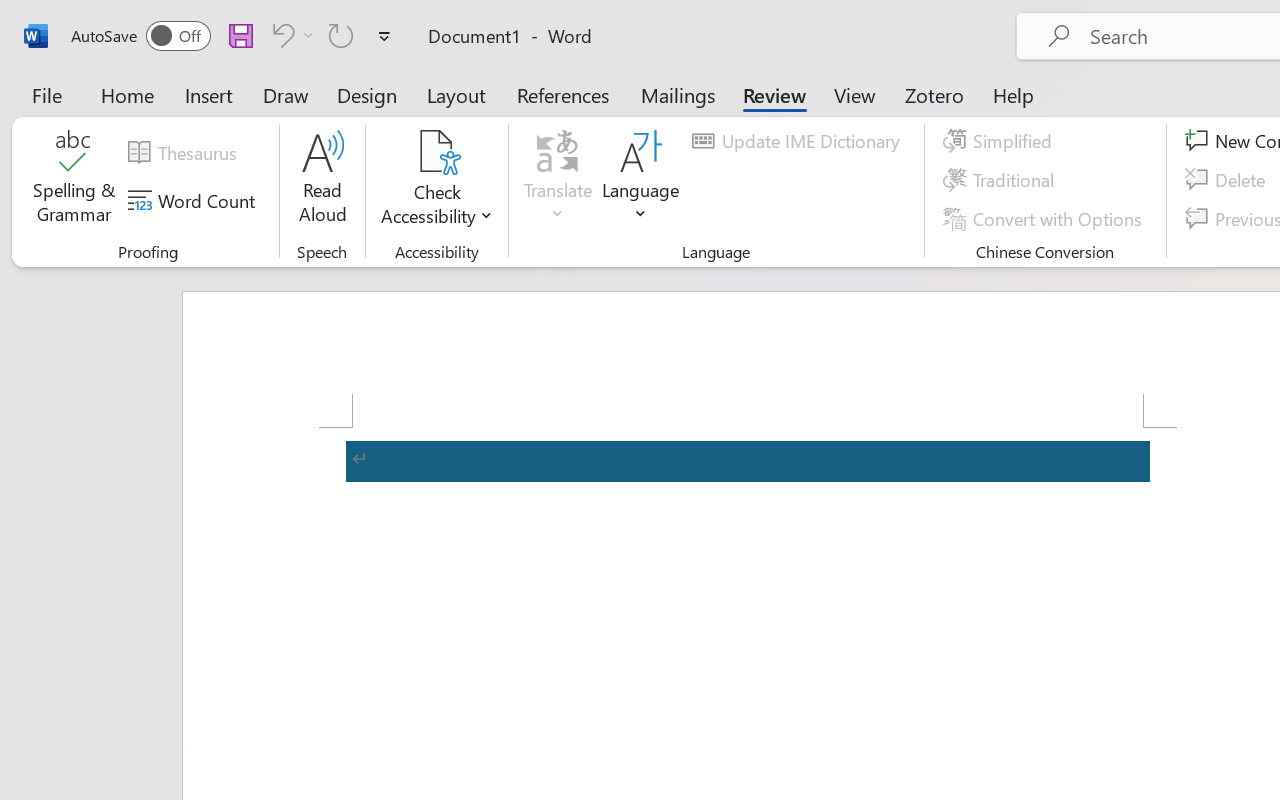 Image resolution: width=1280 pixels, height=800 pixels. What do you see at coordinates (1044, 218) in the screenshot?
I see `'Convert with Options...'` at bounding box center [1044, 218].